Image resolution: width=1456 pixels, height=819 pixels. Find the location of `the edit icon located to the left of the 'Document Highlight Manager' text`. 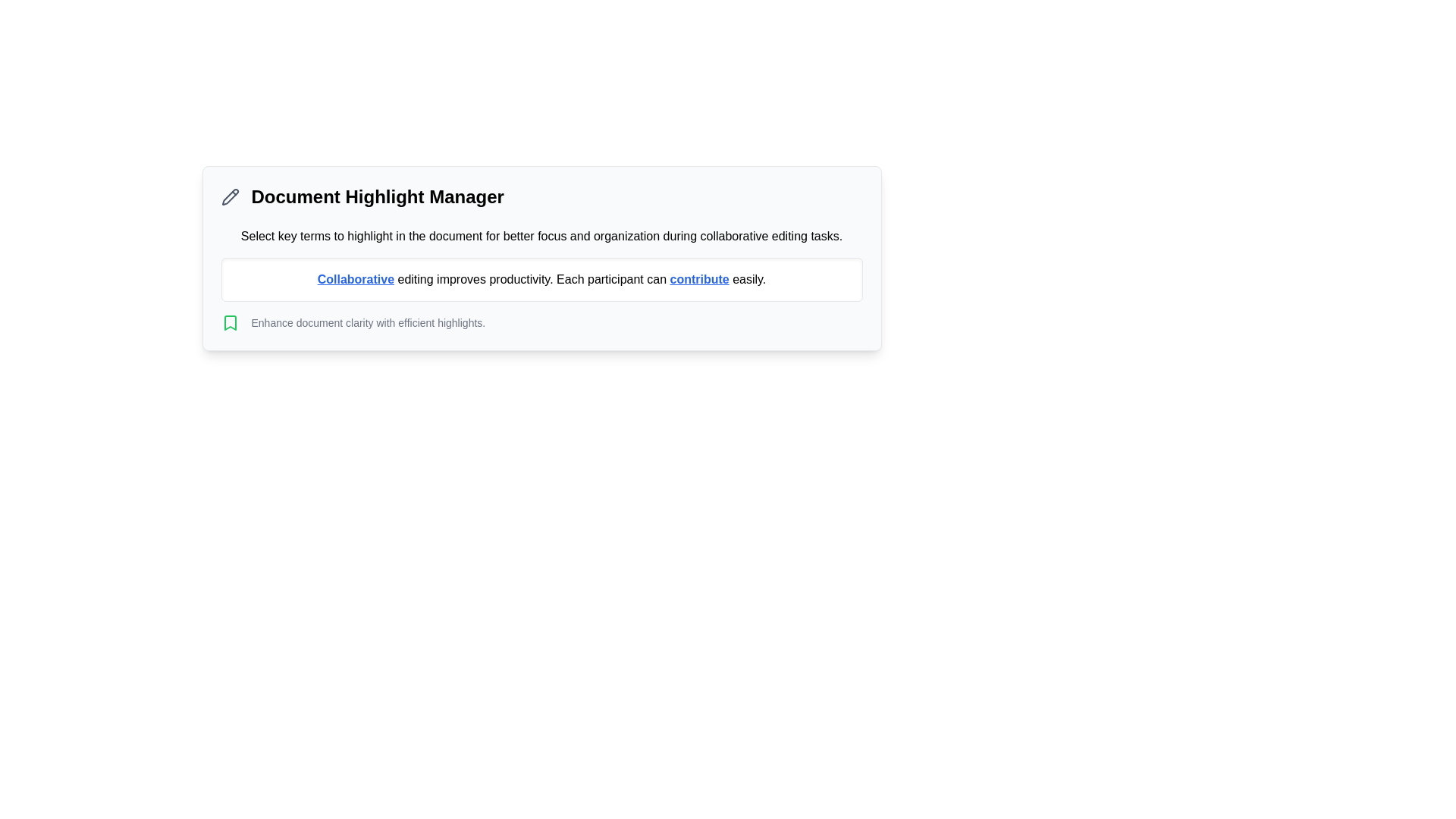

the edit icon located to the left of the 'Document Highlight Manager' text is located at coordinates (229, 196).